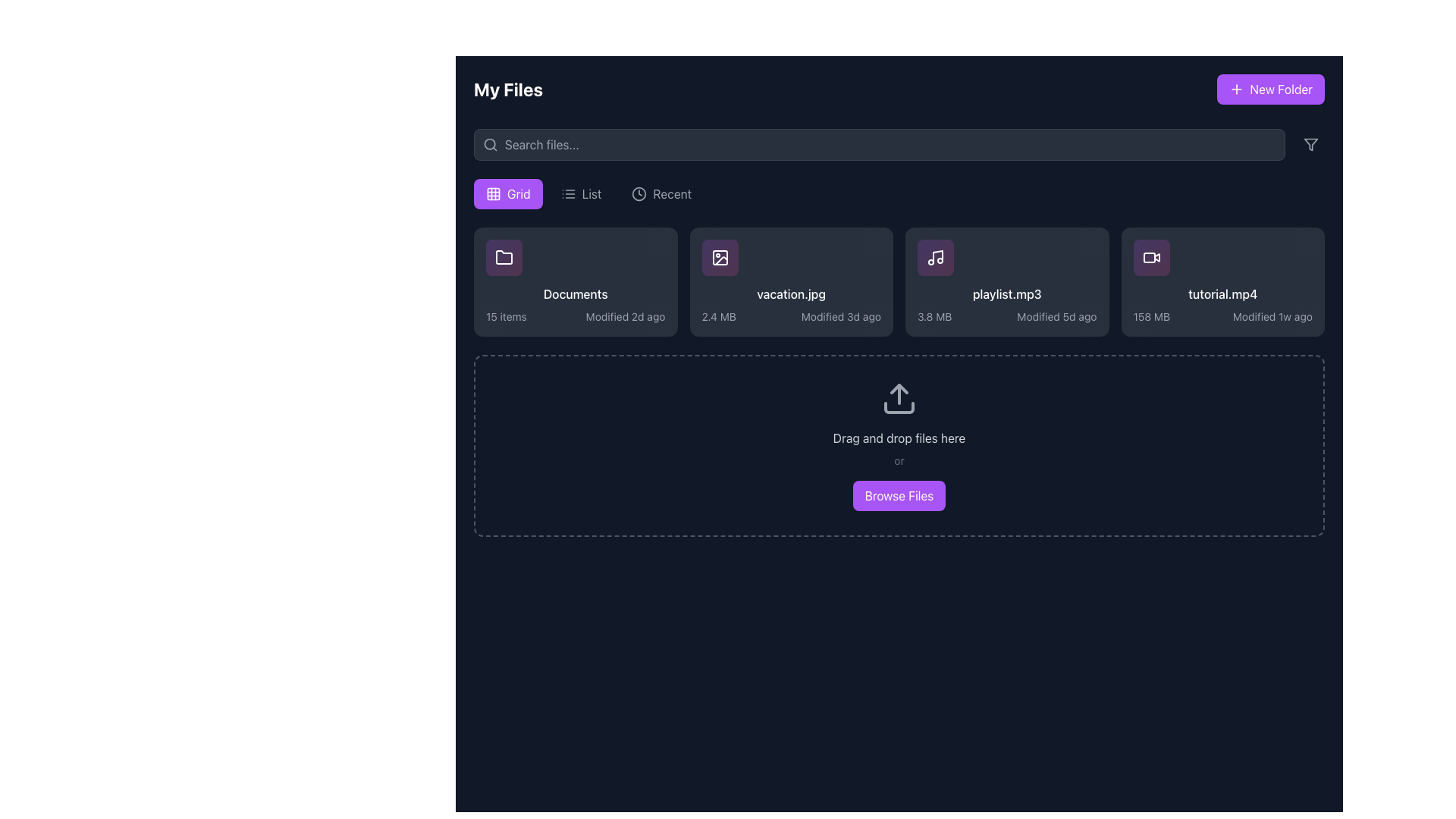 The image size is (1456, 819). Describe the element at coordinates (899, 460) in the screenshot. I see `the text label displaying 'or' in light gray color, which is centrally positioned between the 'Drag and drop files here' and 'Browse Files' sections` at that location.